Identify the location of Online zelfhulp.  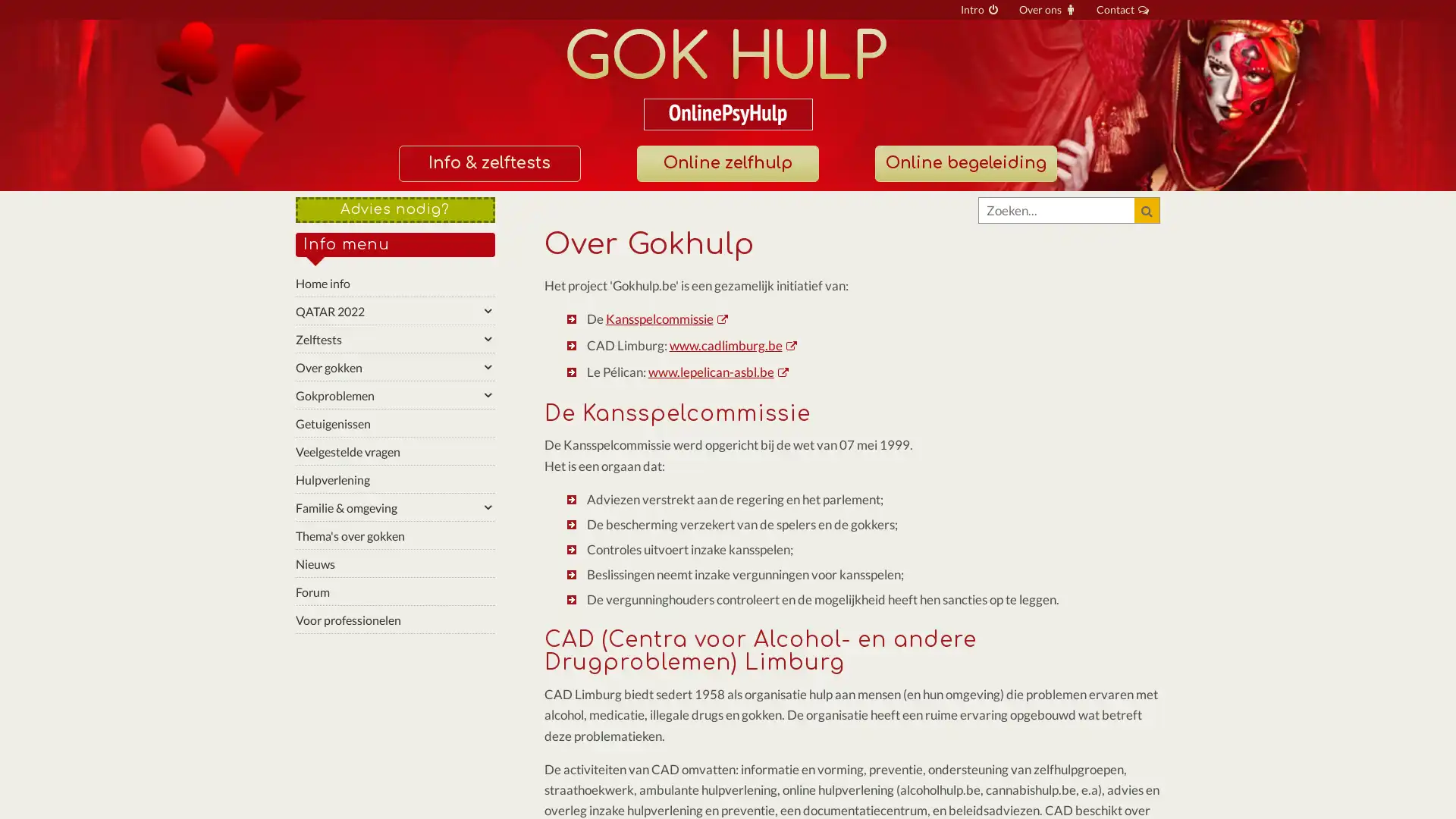
(726, 163).